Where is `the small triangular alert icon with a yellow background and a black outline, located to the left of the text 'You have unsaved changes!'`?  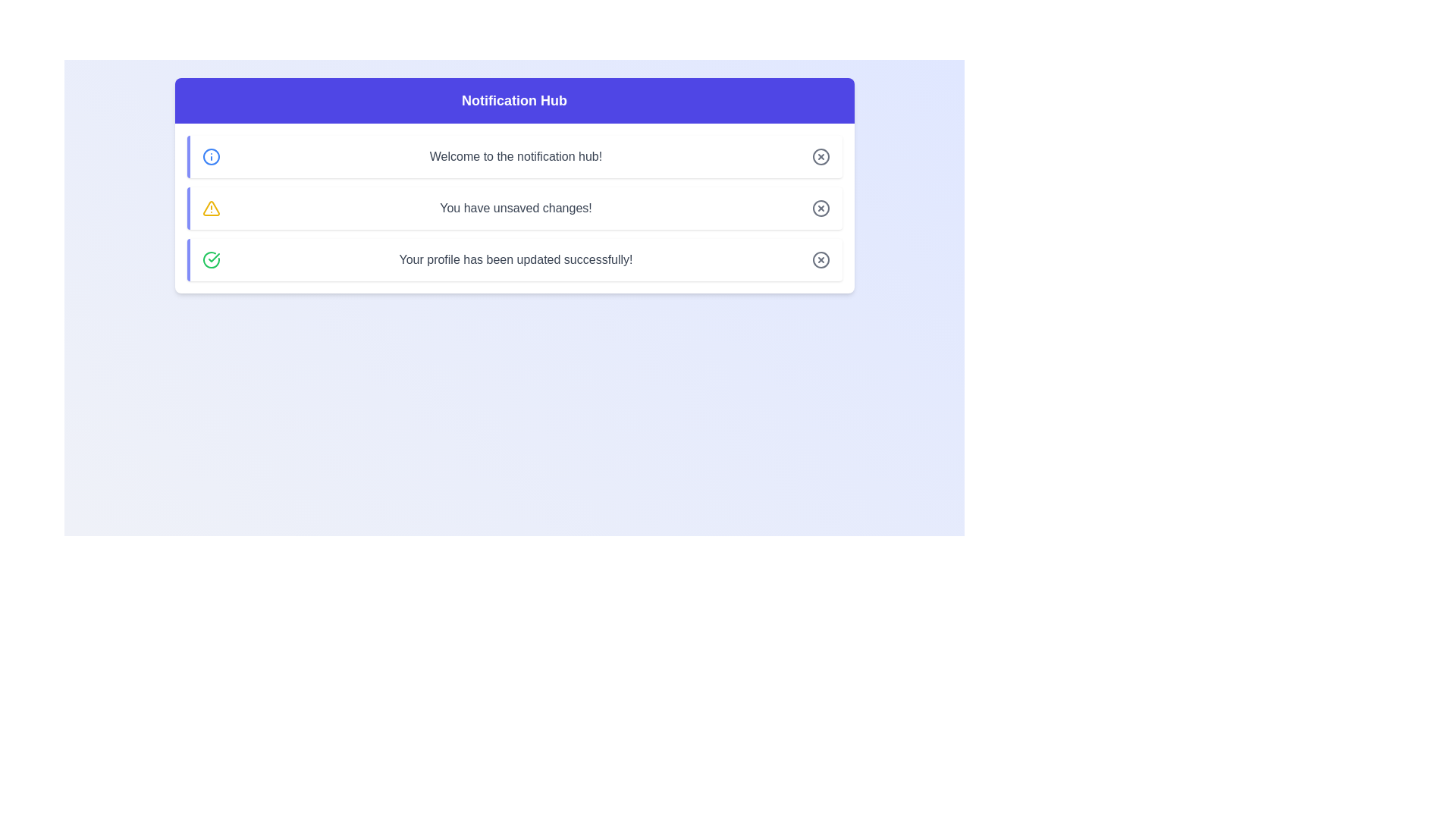
the small triangular alert icon with a yellow background and a black outline, located to the left of the text 'You have unsaved changes!' is located at coordinates (210, 208).